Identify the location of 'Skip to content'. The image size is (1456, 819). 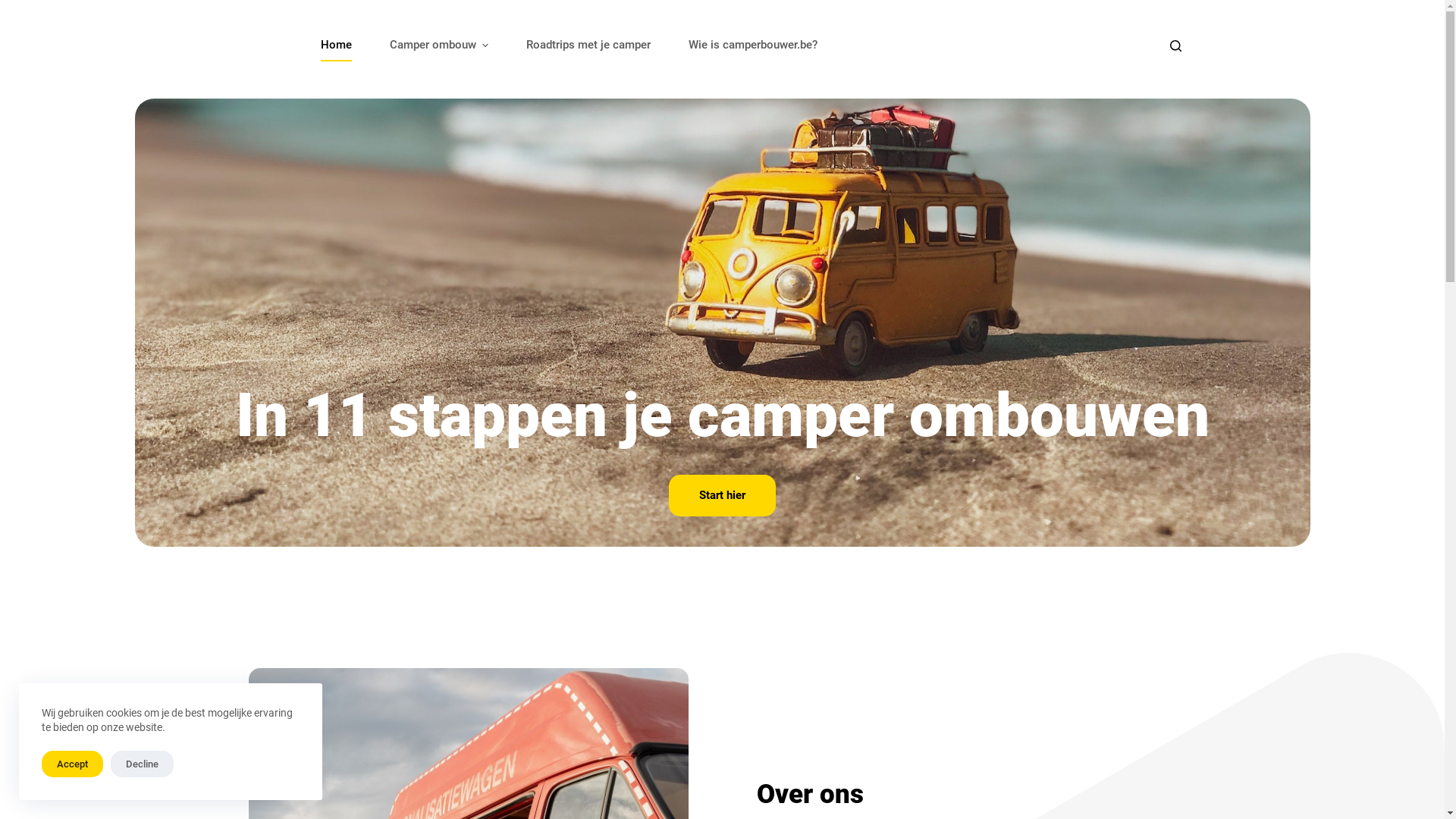
(14, 8).